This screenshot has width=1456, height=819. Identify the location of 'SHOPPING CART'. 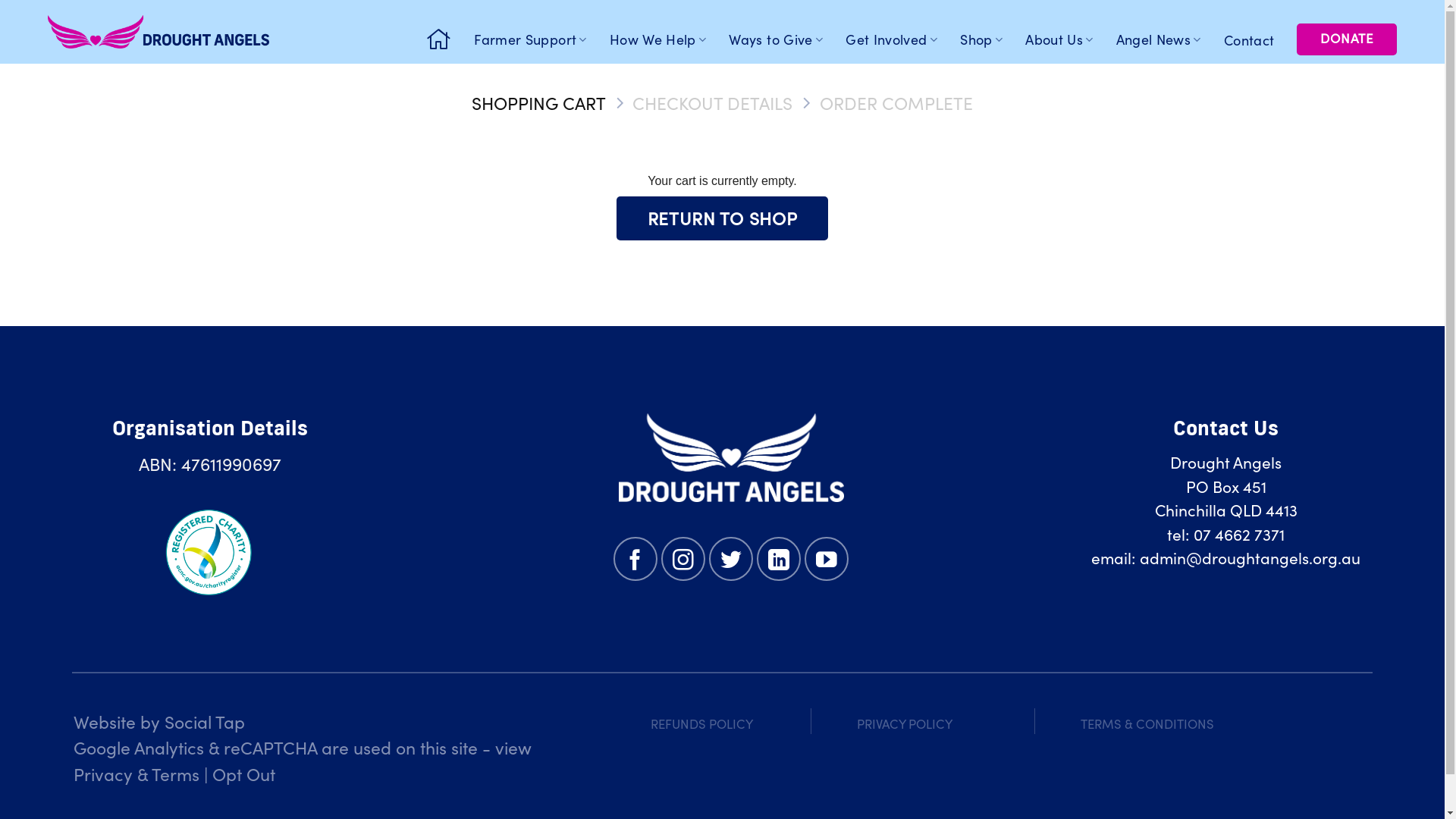
(538, 102).